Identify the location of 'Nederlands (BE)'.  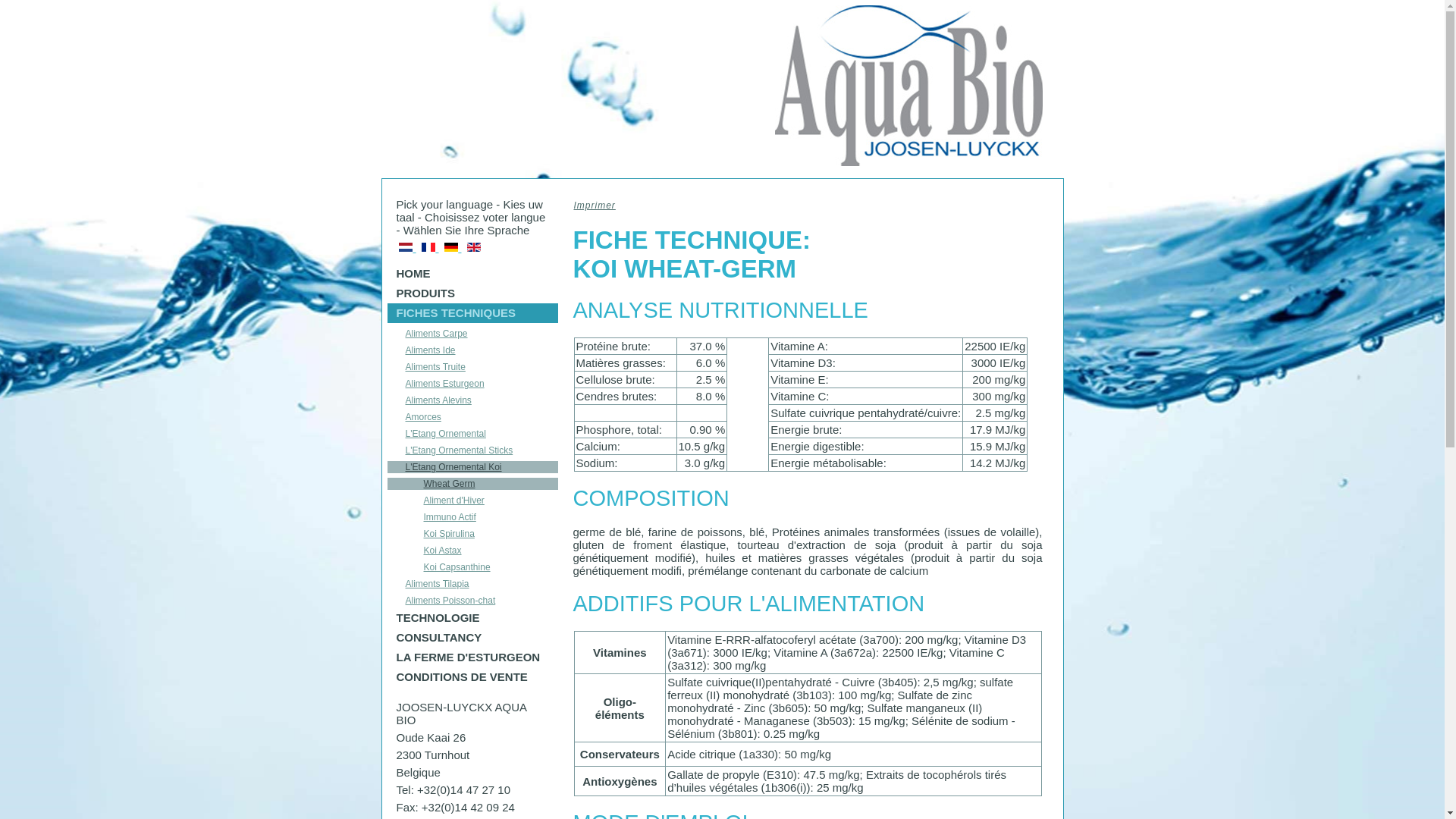
(405, 246).